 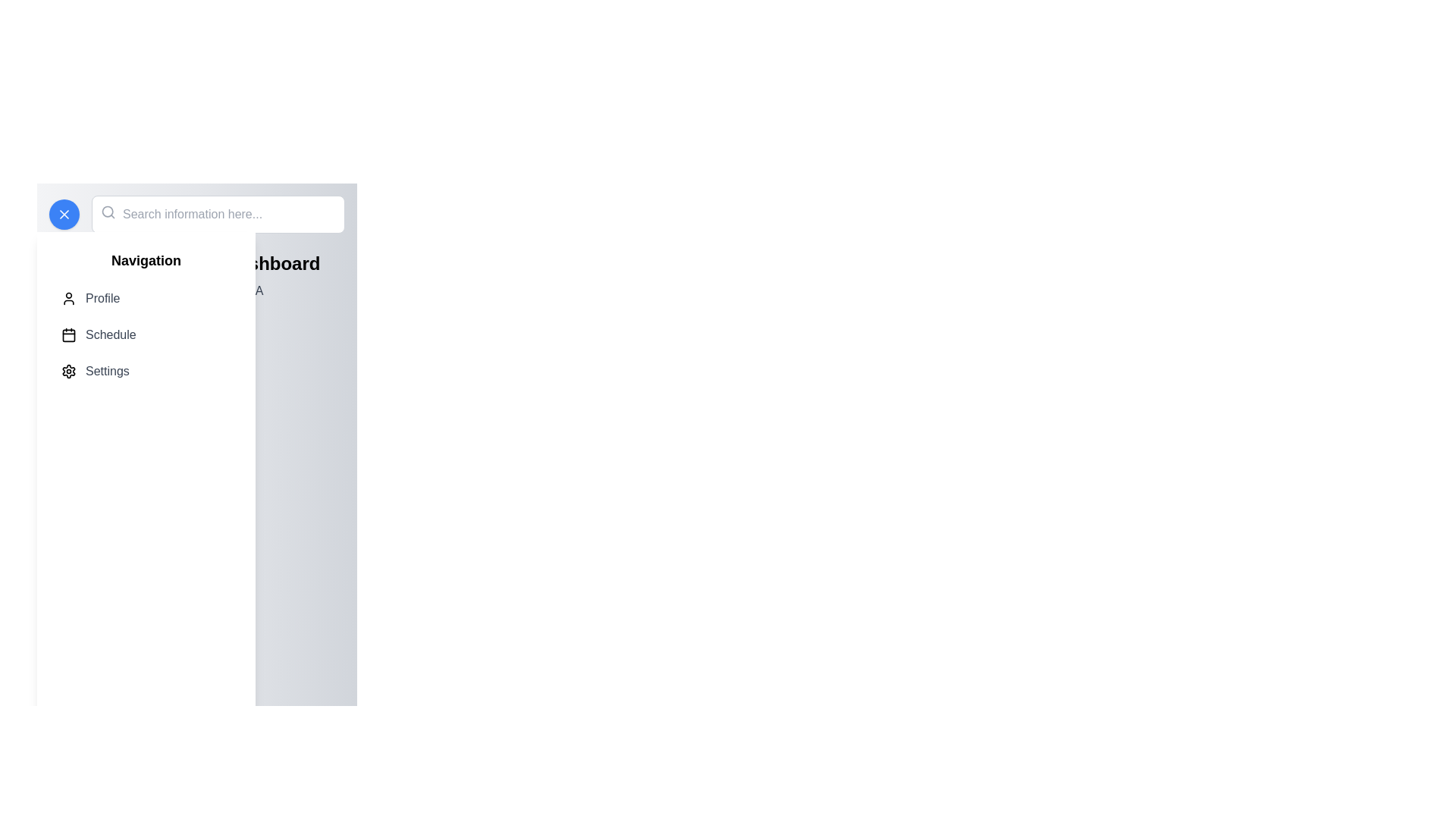 What do you see at coordinates (64, 214) in the screenshot?
I see `the cross mark icon located within a blue circular button in the top-left section of the interface` at bounding box center [64, 214].